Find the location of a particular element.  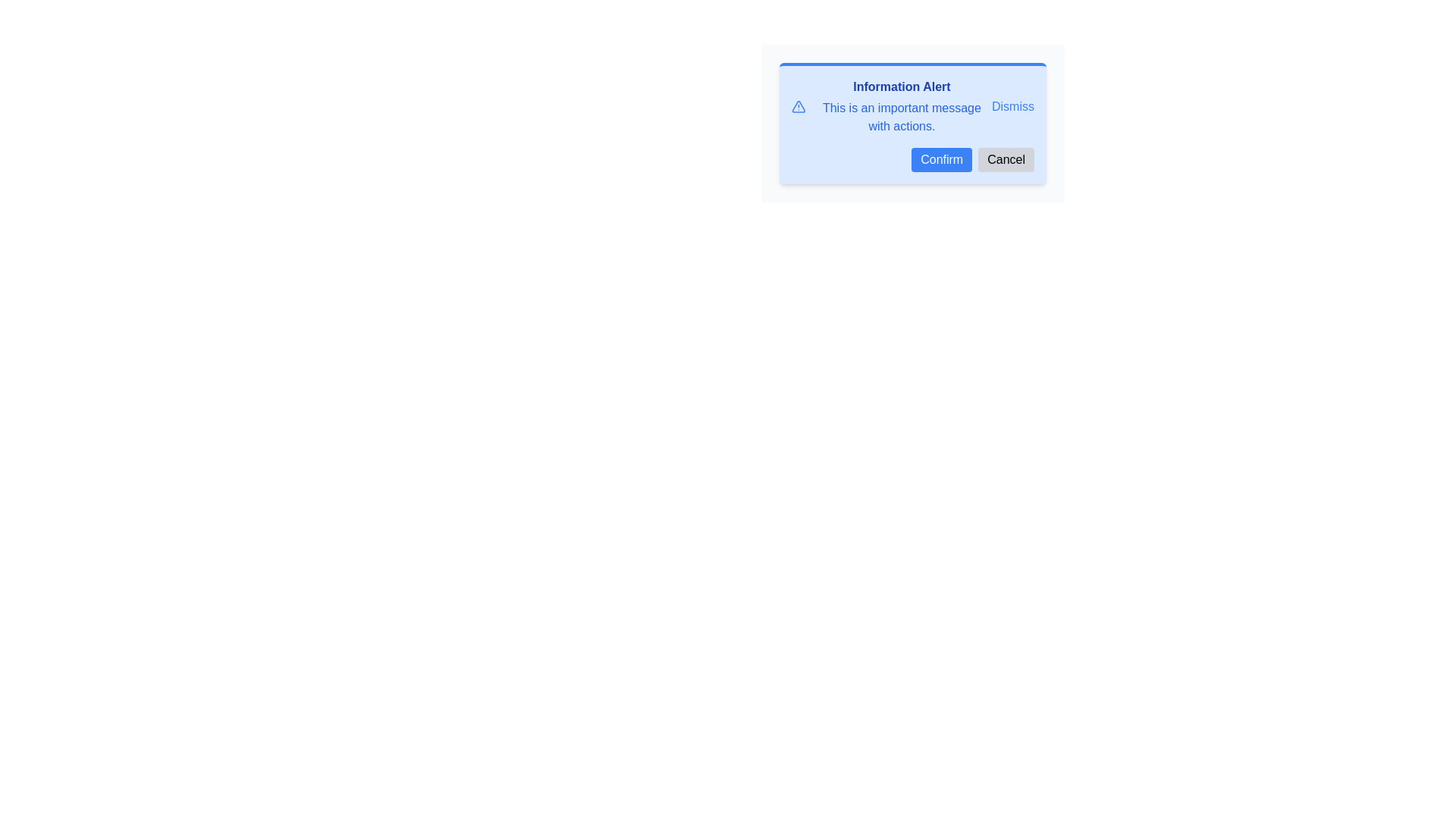

the triangular icon with a blue outline located near the left of the text 'This is an important message' within the blue alert box is located at coordinates (798, 105).